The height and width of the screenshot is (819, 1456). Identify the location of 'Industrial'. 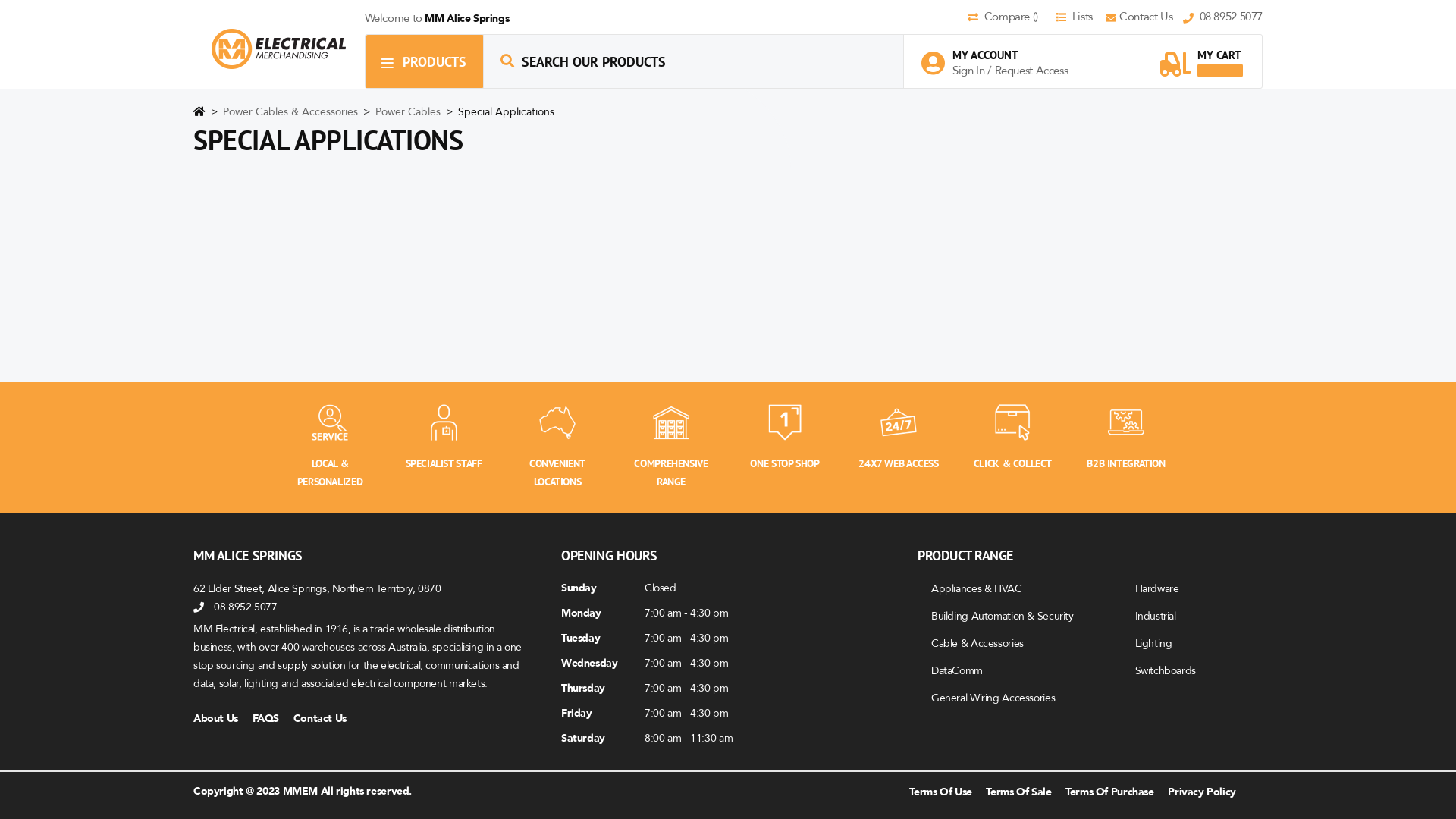
(1134, 615).